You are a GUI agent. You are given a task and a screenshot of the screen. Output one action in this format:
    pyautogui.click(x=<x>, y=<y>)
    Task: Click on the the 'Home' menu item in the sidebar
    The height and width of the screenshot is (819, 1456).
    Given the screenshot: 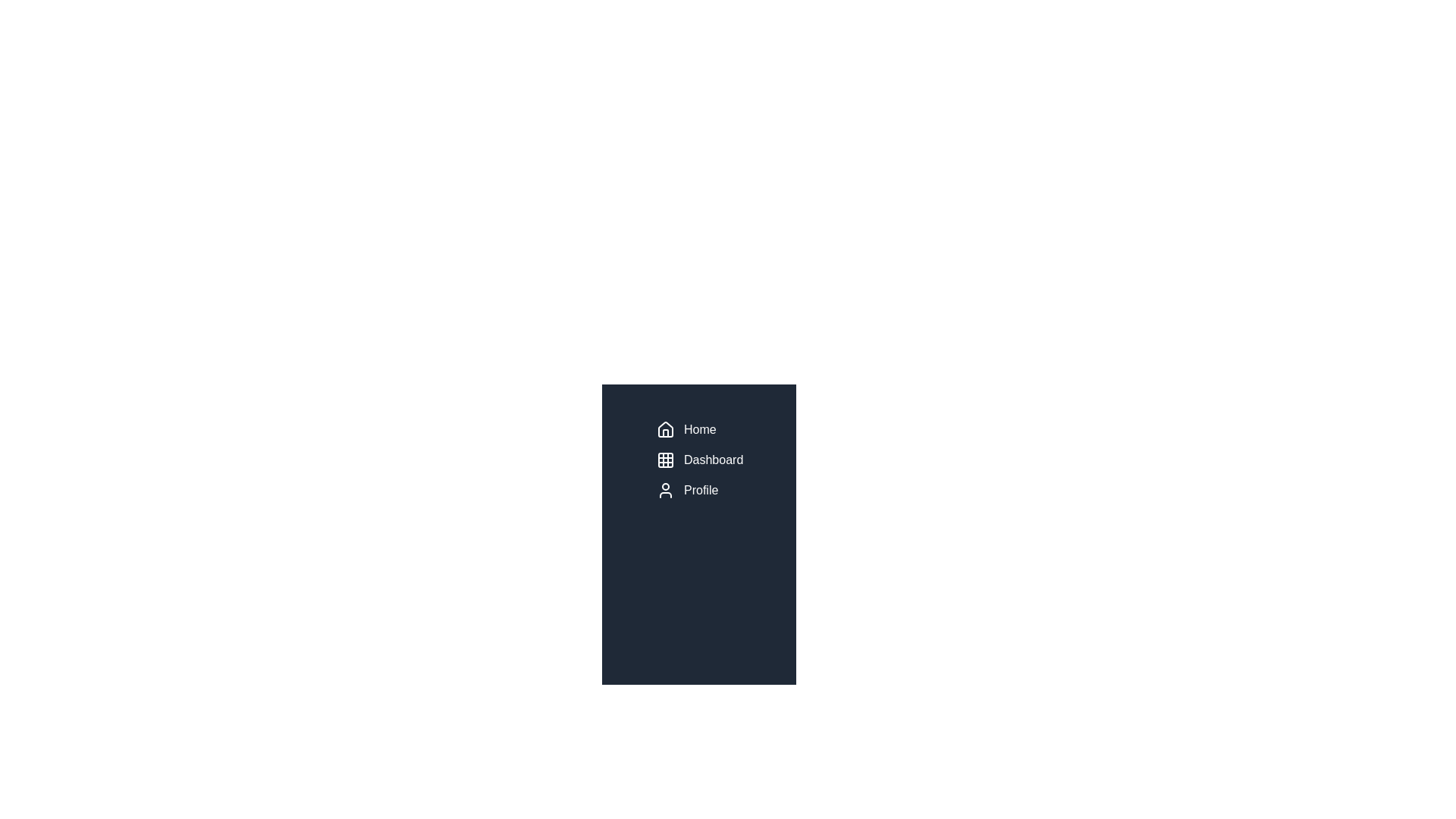 What is the action you would take?
    pyautogui.click(x=698, y=430)
    